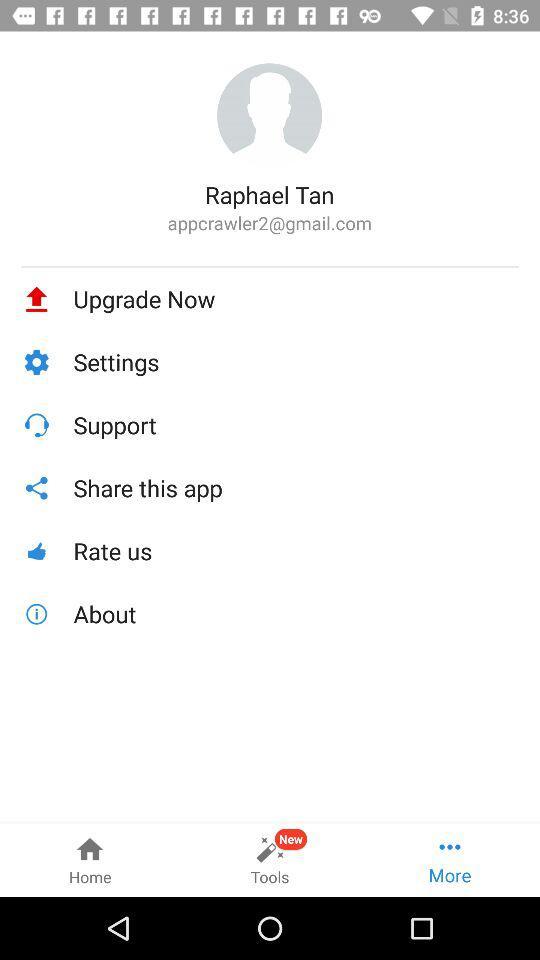 The width and height of the screenshot is (540, 960). What do you see at coordinates (295, 487) in the screenshot?
I see `the share this app` at bounding box center [295, 487].